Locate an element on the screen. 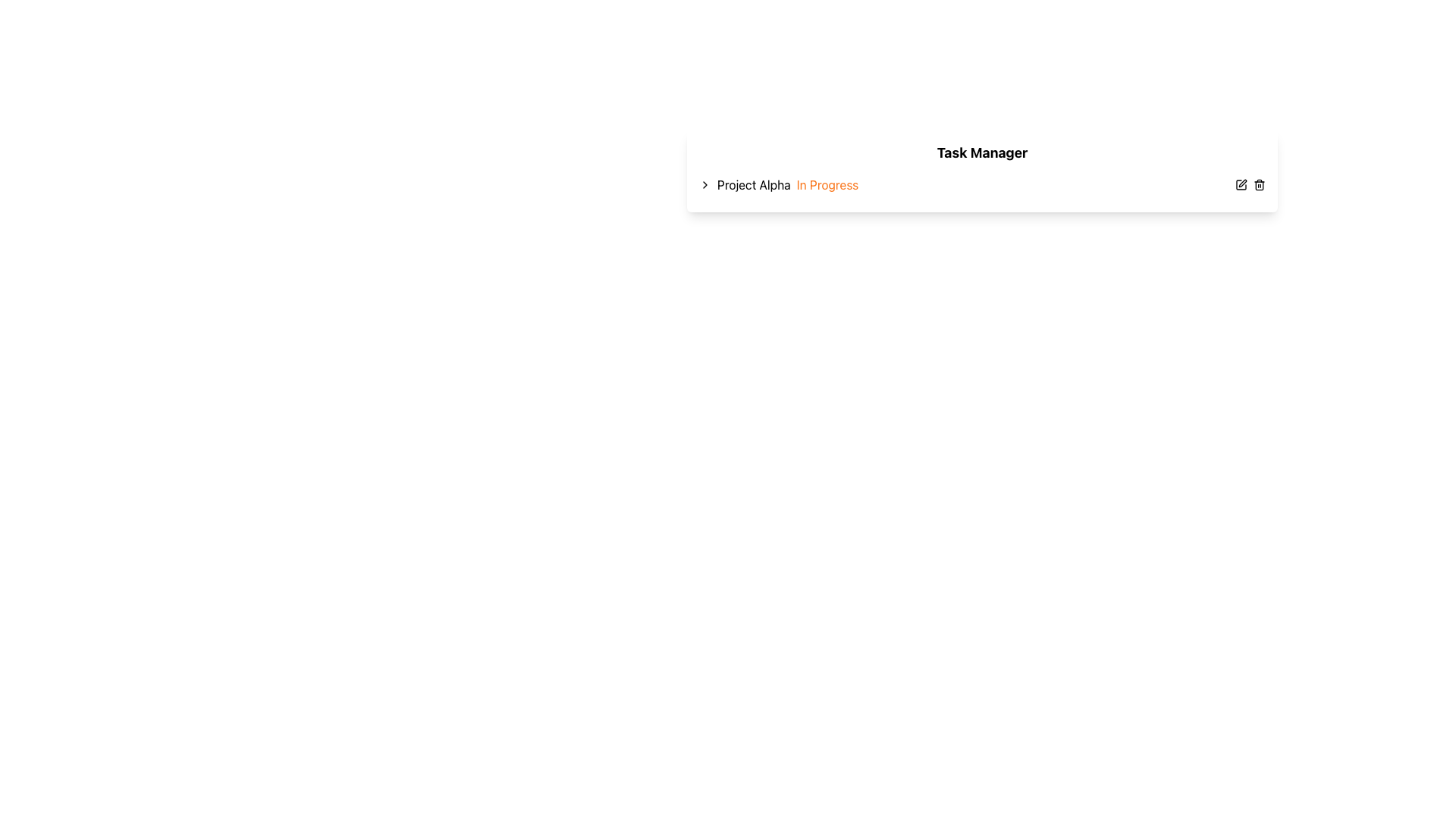 This screenshot has width=1456, height=819. the trash icon, which is a curved rectangular shape resembling a trash bin is located at coordinates (1259, 185).